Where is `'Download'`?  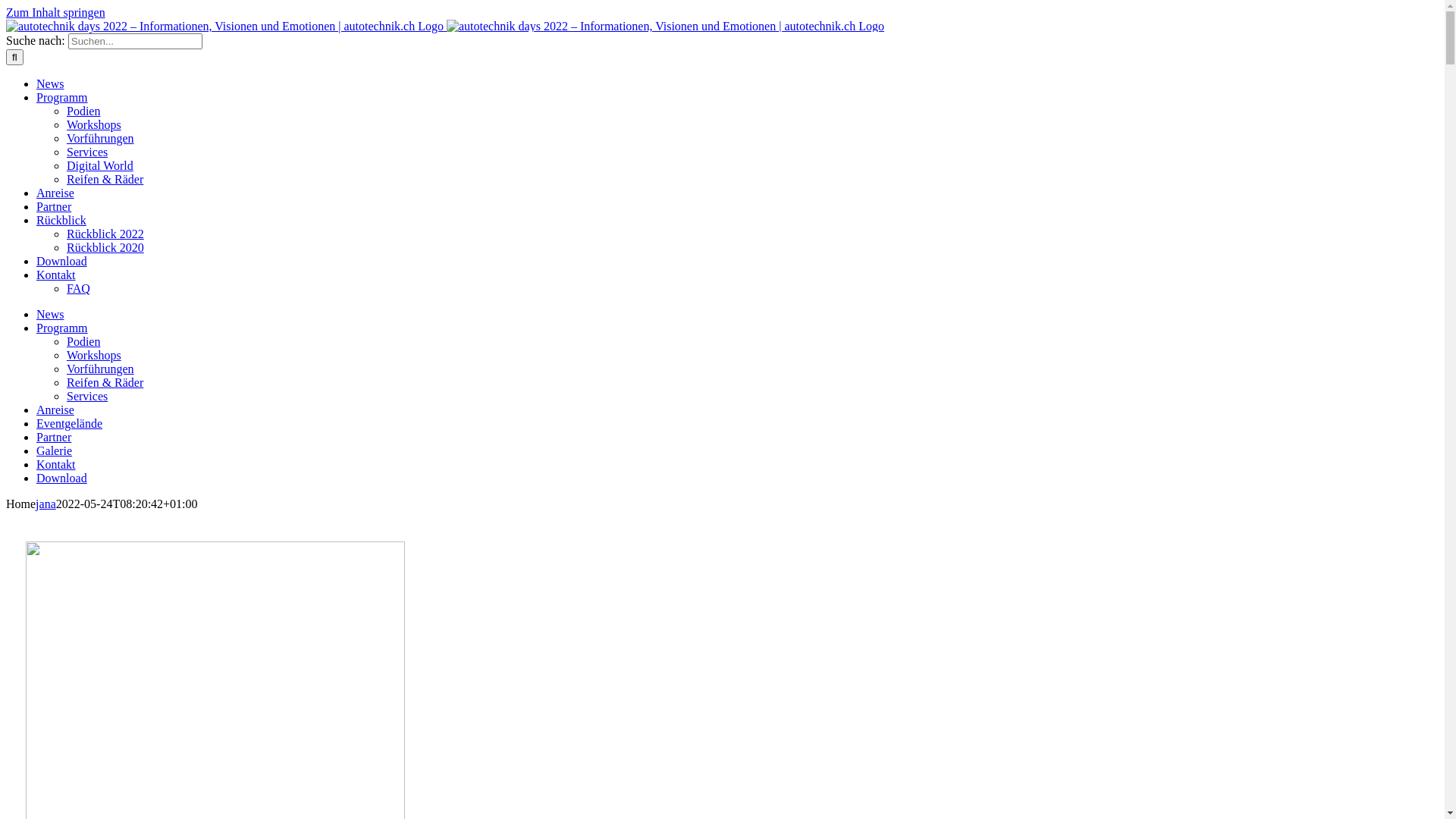 'Download' is located at coordinates (61, 260).